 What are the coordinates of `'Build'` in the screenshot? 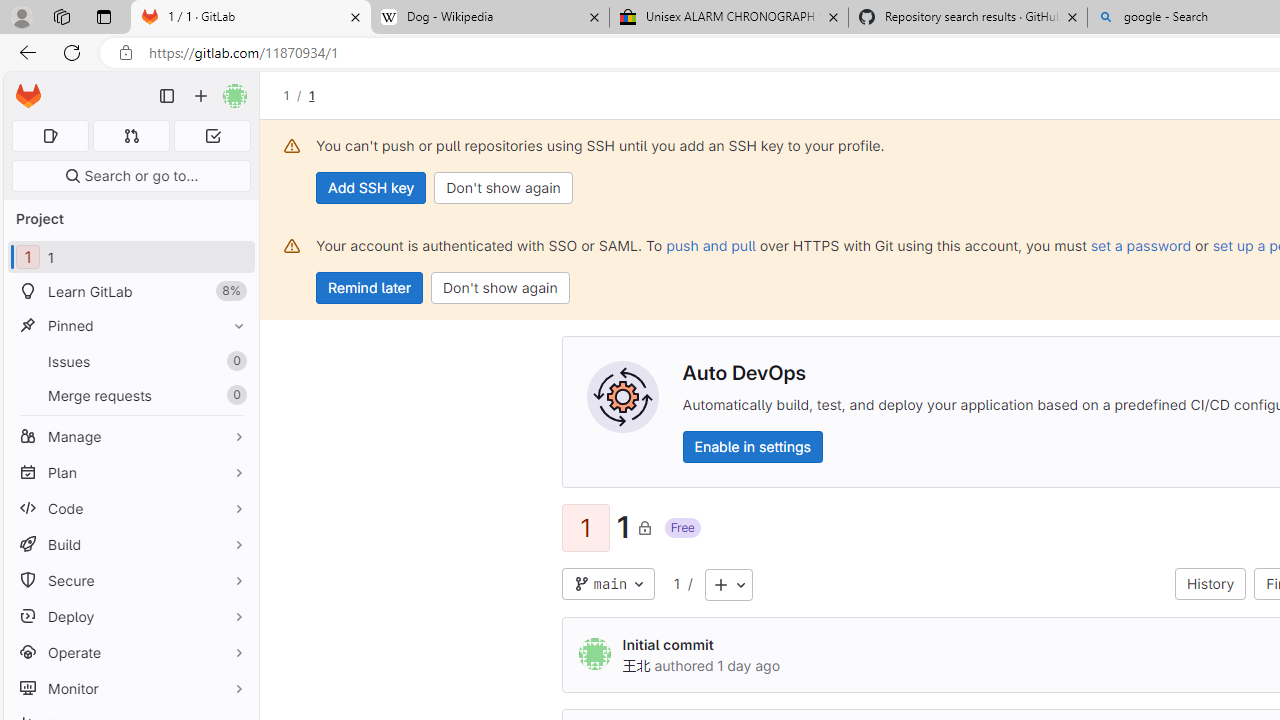 It's located at (130, 544).